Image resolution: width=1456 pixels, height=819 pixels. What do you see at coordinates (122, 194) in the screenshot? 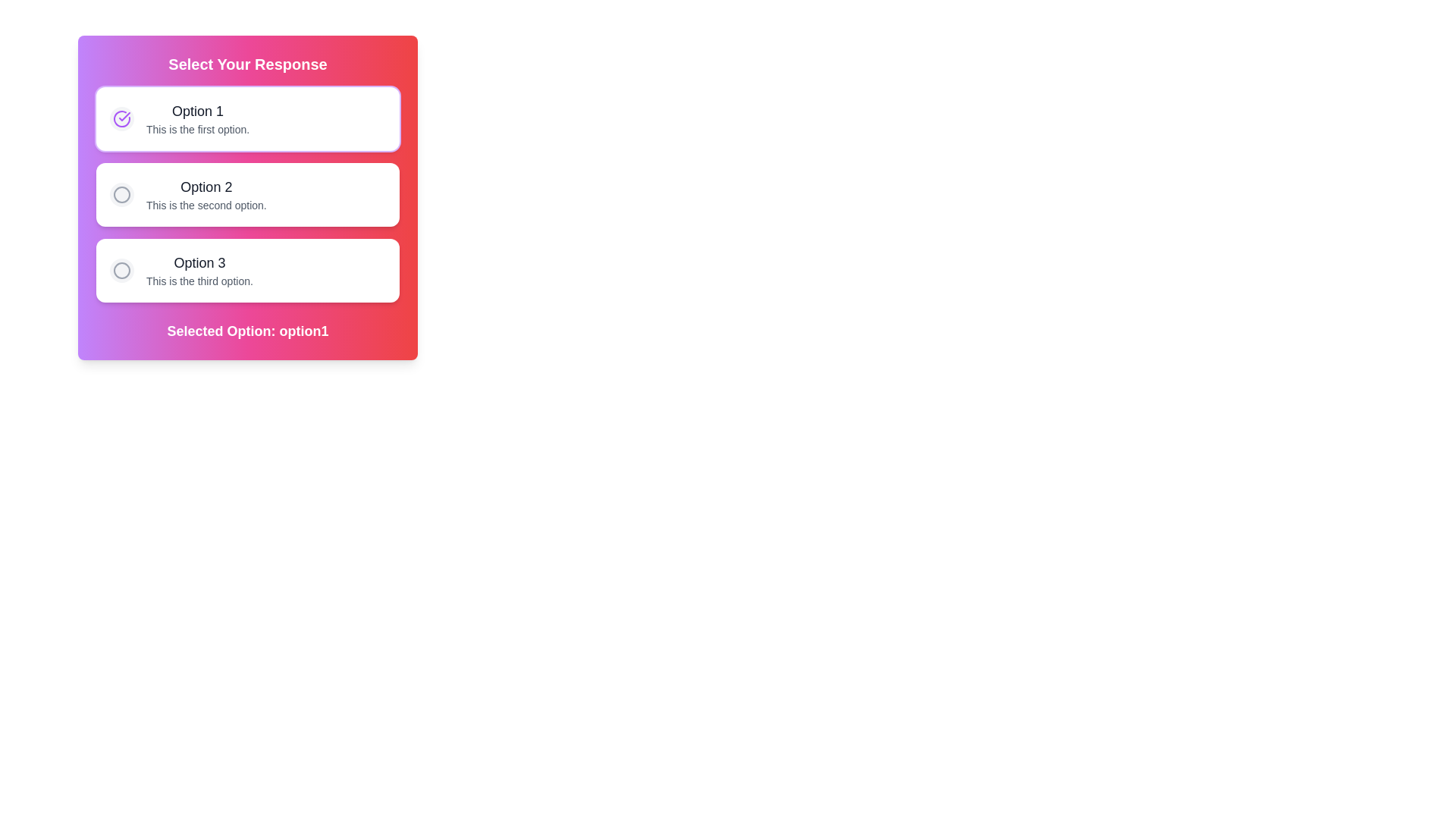
I see `the radio button for 'Option 2'` at bounding box center [122, 194].